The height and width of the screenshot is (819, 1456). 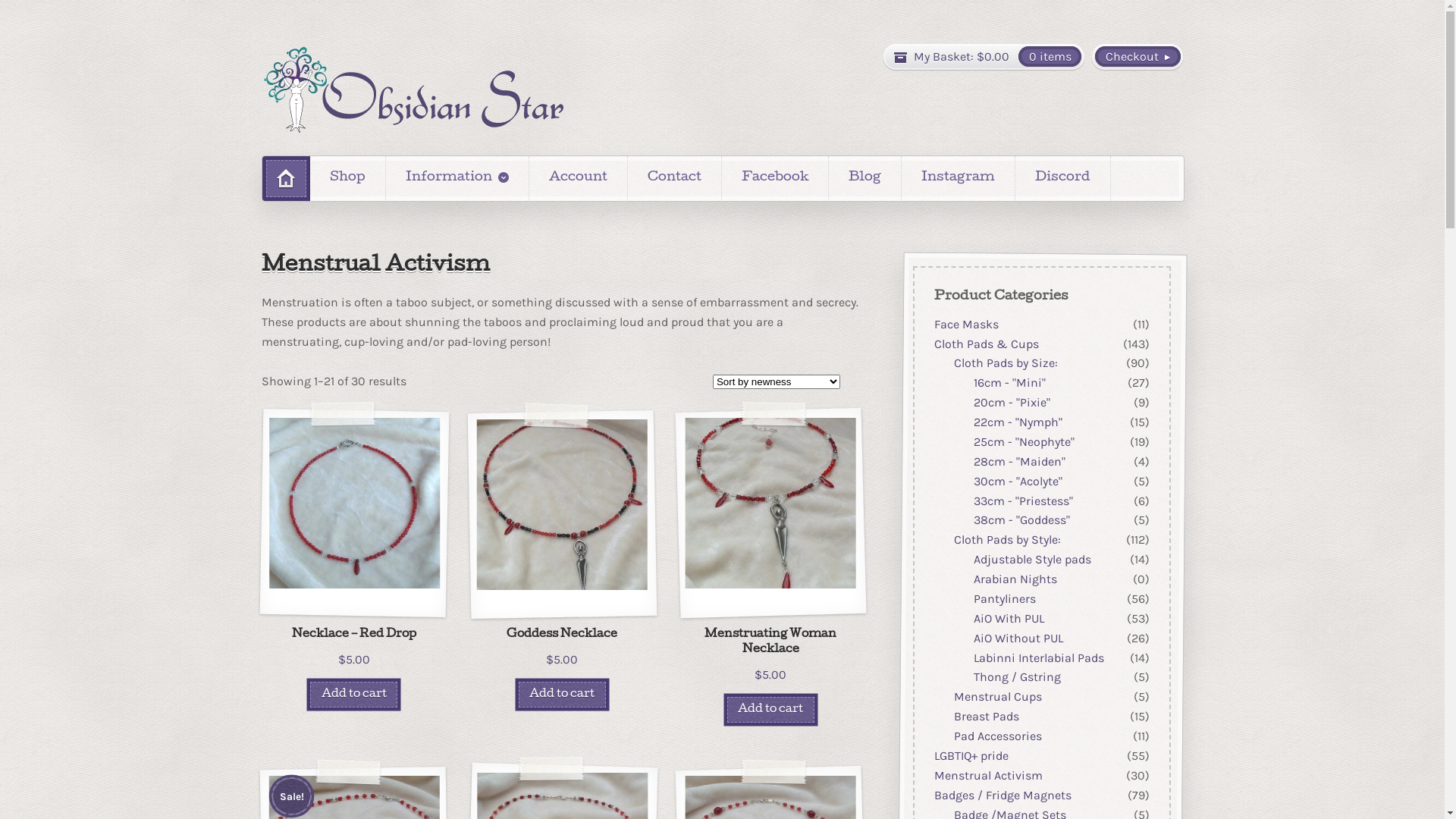 I want to click on 'Cloth Pads by Style:', so click(x=1006, y=538).